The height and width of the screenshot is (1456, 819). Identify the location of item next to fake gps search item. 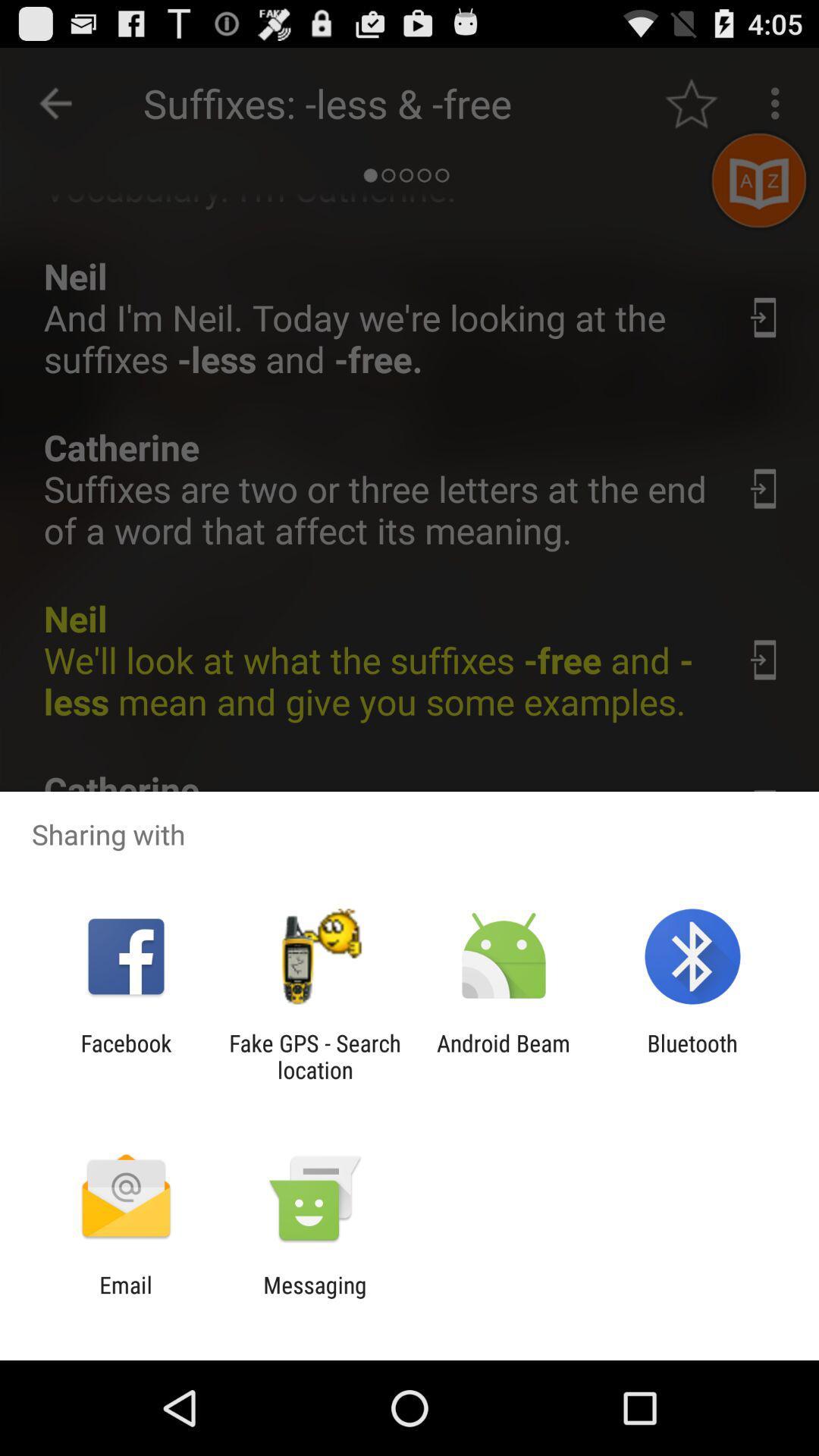
(125, 1056).